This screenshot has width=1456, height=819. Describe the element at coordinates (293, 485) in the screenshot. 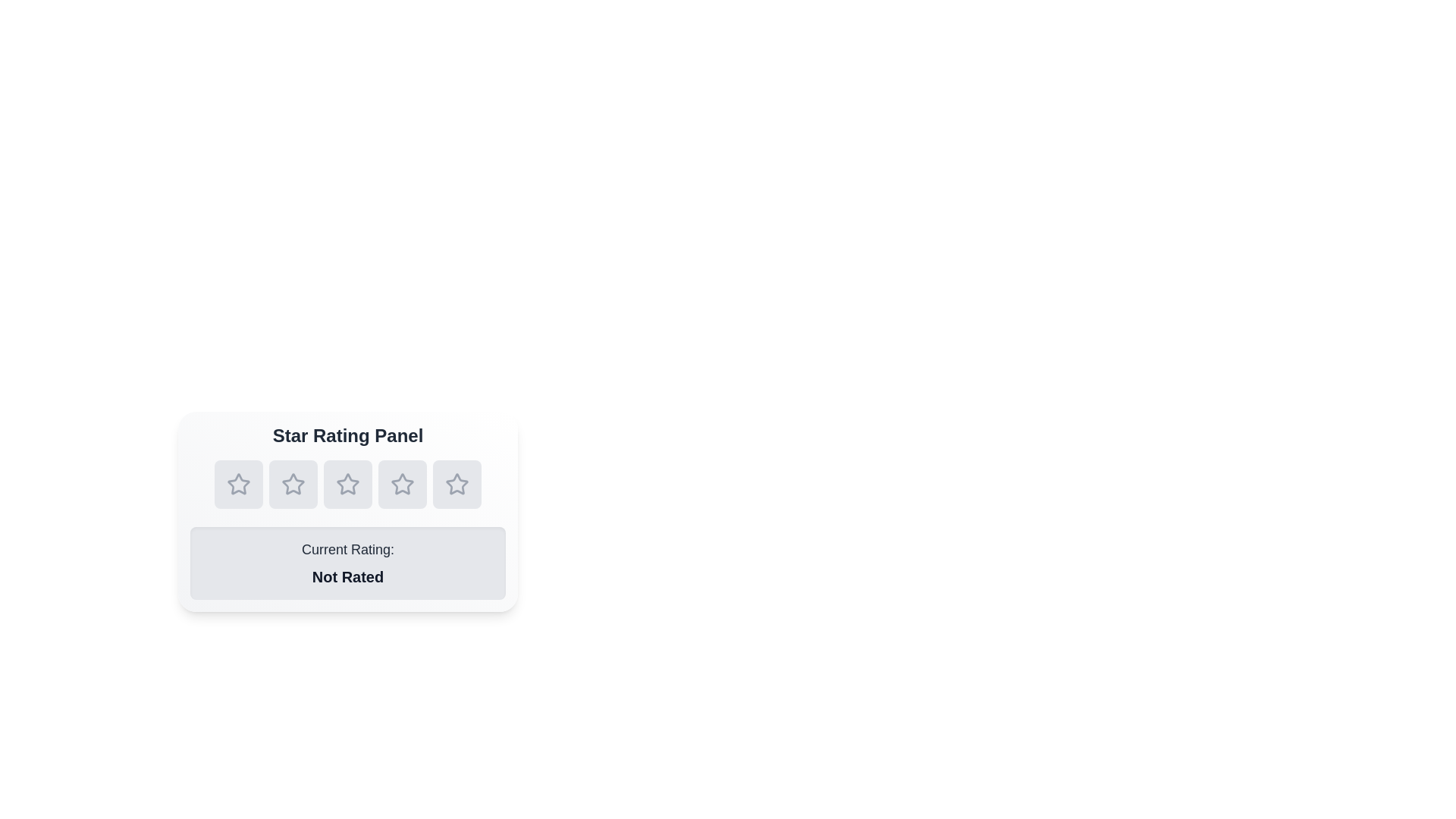

I see `the second interactive star rating button, which is a rounded rectangle filled with light gray and contains a gray outlined star icon` at that location.